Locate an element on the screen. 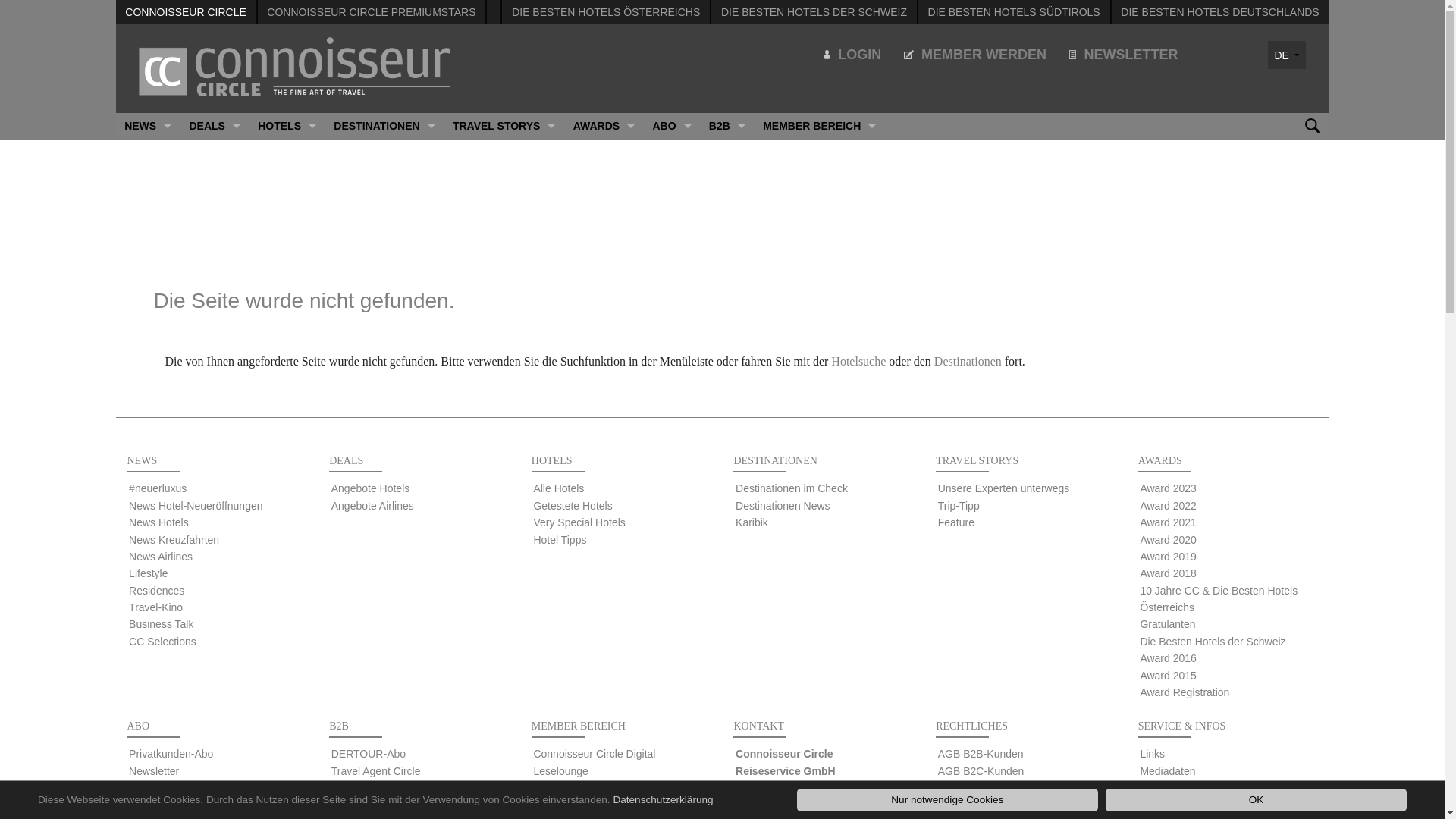 This screenshot has height=819, width=1456. 'Residences' is located at coordinates (156, 590).